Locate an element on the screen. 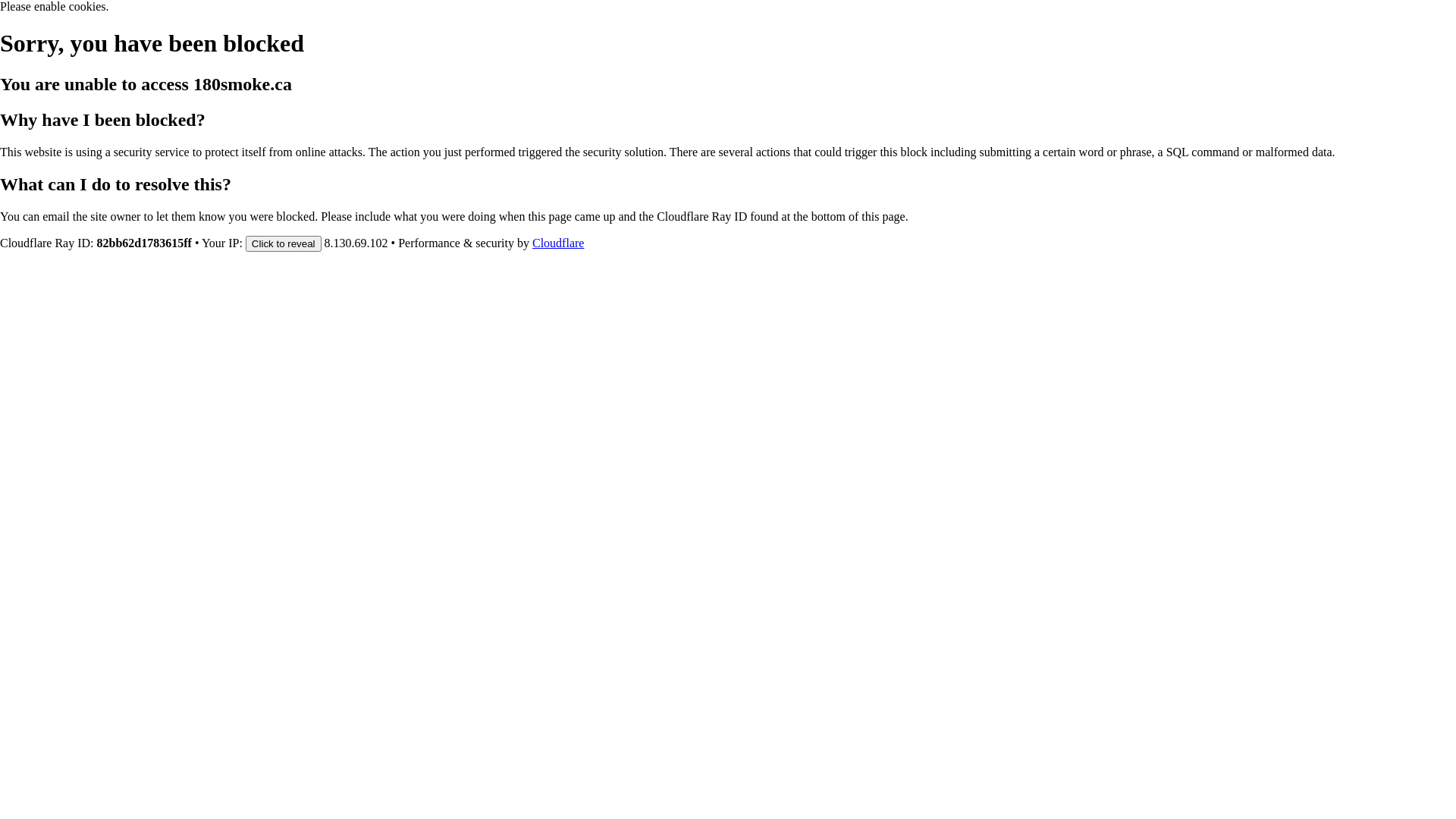 Image resolution: width=1456 pixels, height=819 pixels. 'Cloudflare' is located at coordinates (532, 242).